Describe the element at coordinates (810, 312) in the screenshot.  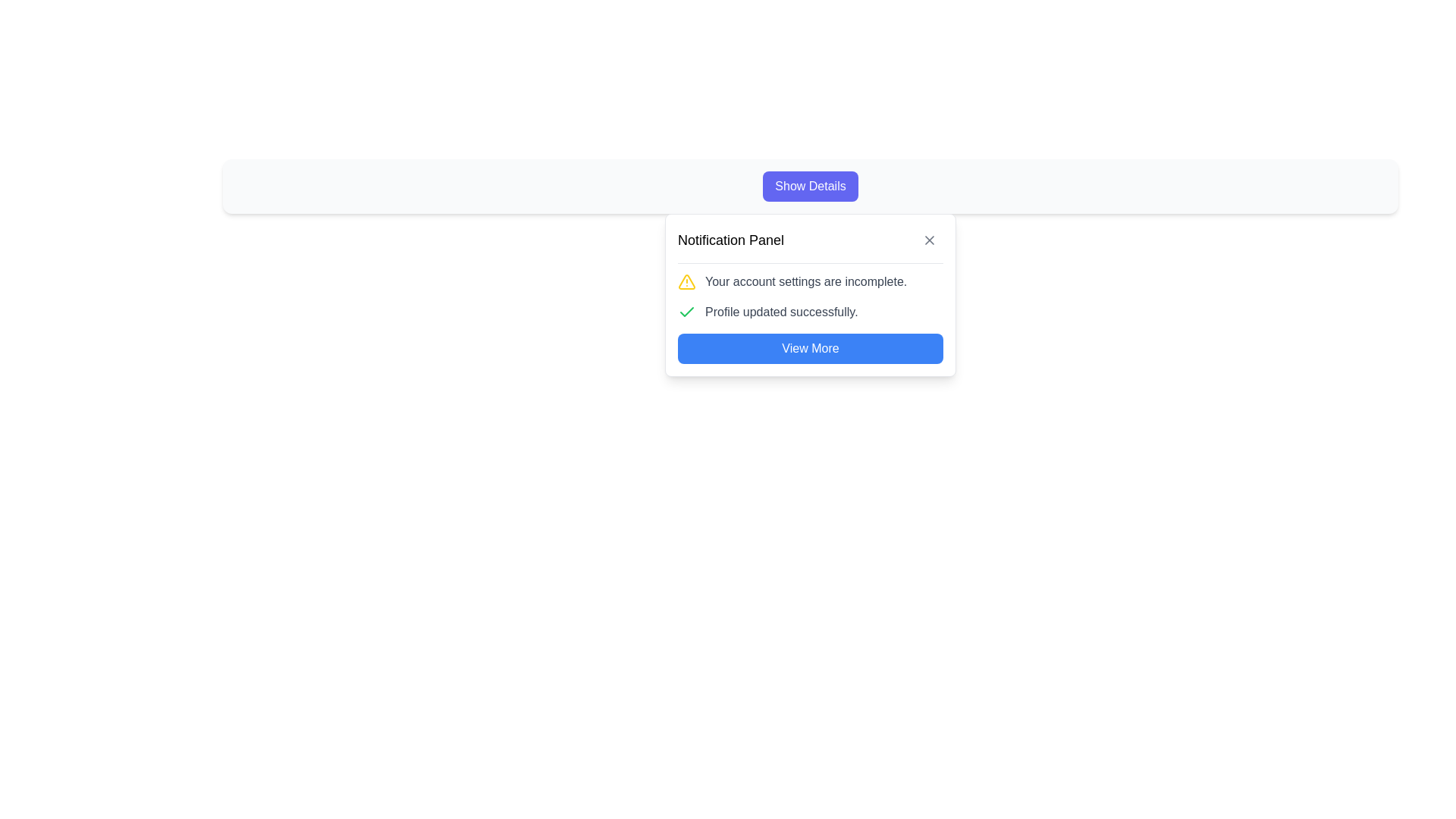
I see `notification message displaying 'Profile updated successfully.' which is located below the 'Your account settings are incomplete.' message and features a green checkmark icon` at that location.